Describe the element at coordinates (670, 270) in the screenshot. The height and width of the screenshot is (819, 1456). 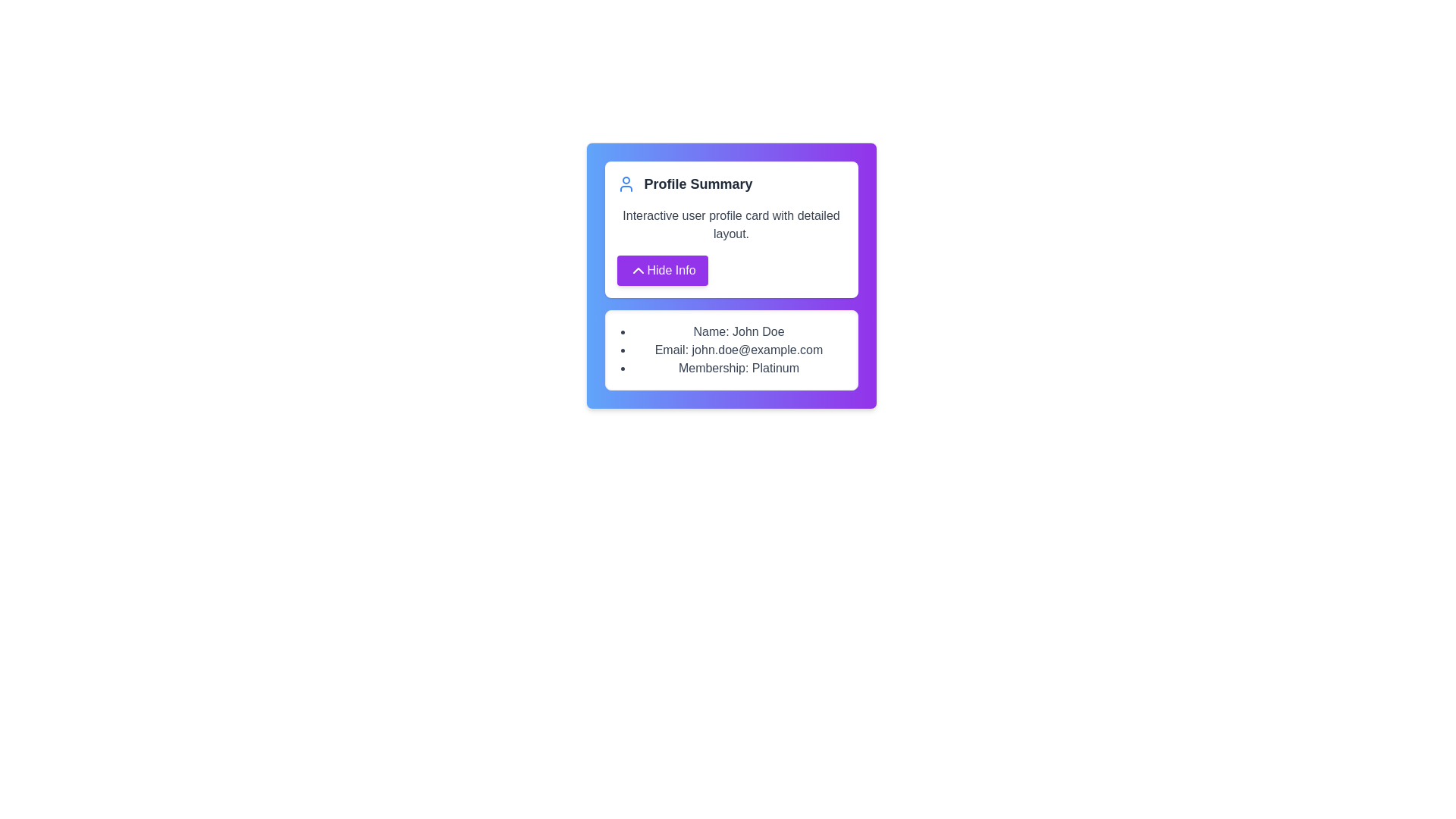
I see `text 'Hide Info' displayed in white on a purple button located below the 'Profile Summary' heading` at that location.